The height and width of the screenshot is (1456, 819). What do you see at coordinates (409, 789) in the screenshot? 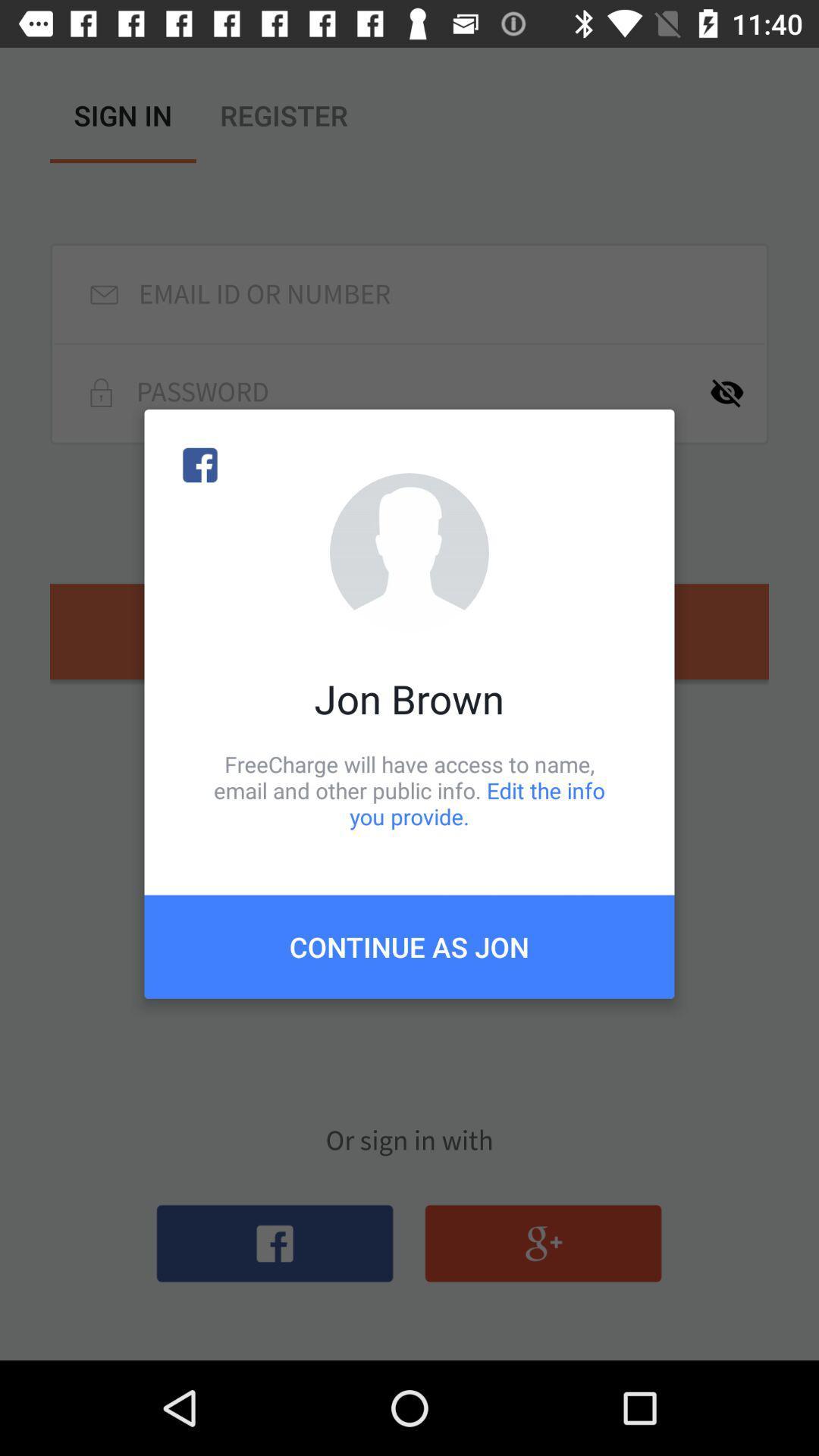
I see `the freecharge will have item` at bounding box center [409, 789].